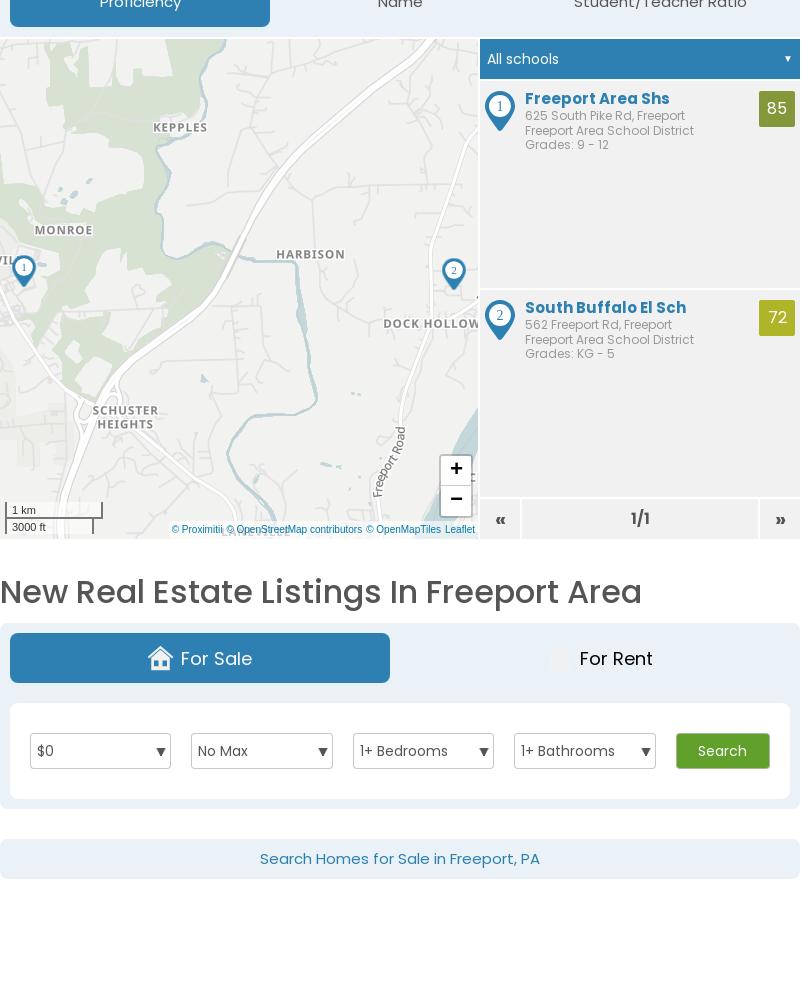 The height and width of the screenshot is (995, 812). I want to click on 'Grades: KG - 5', so click(525, 351).